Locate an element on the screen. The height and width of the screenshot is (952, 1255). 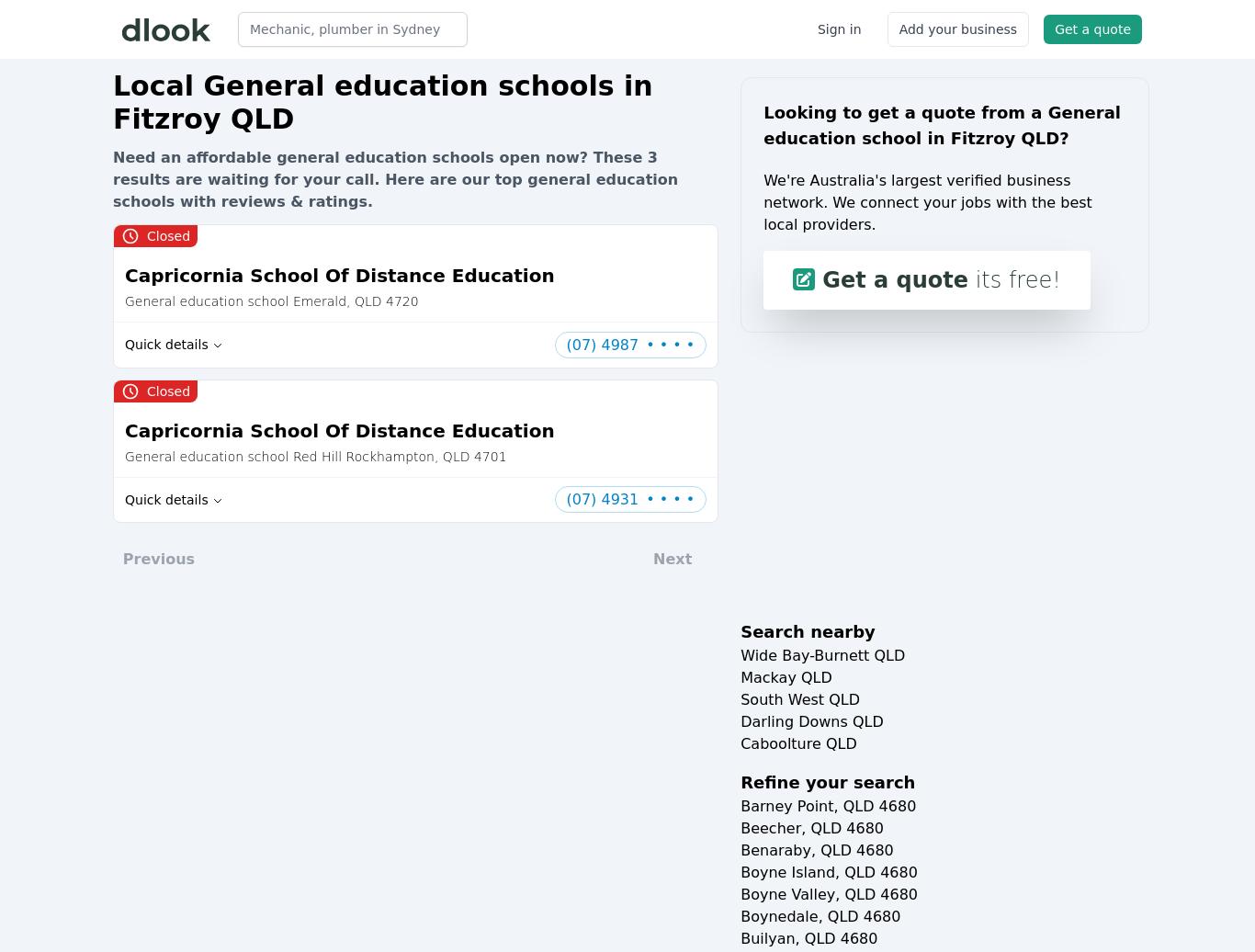
'Boynedale, QLD 4680' is located at coordinates (739, 916).